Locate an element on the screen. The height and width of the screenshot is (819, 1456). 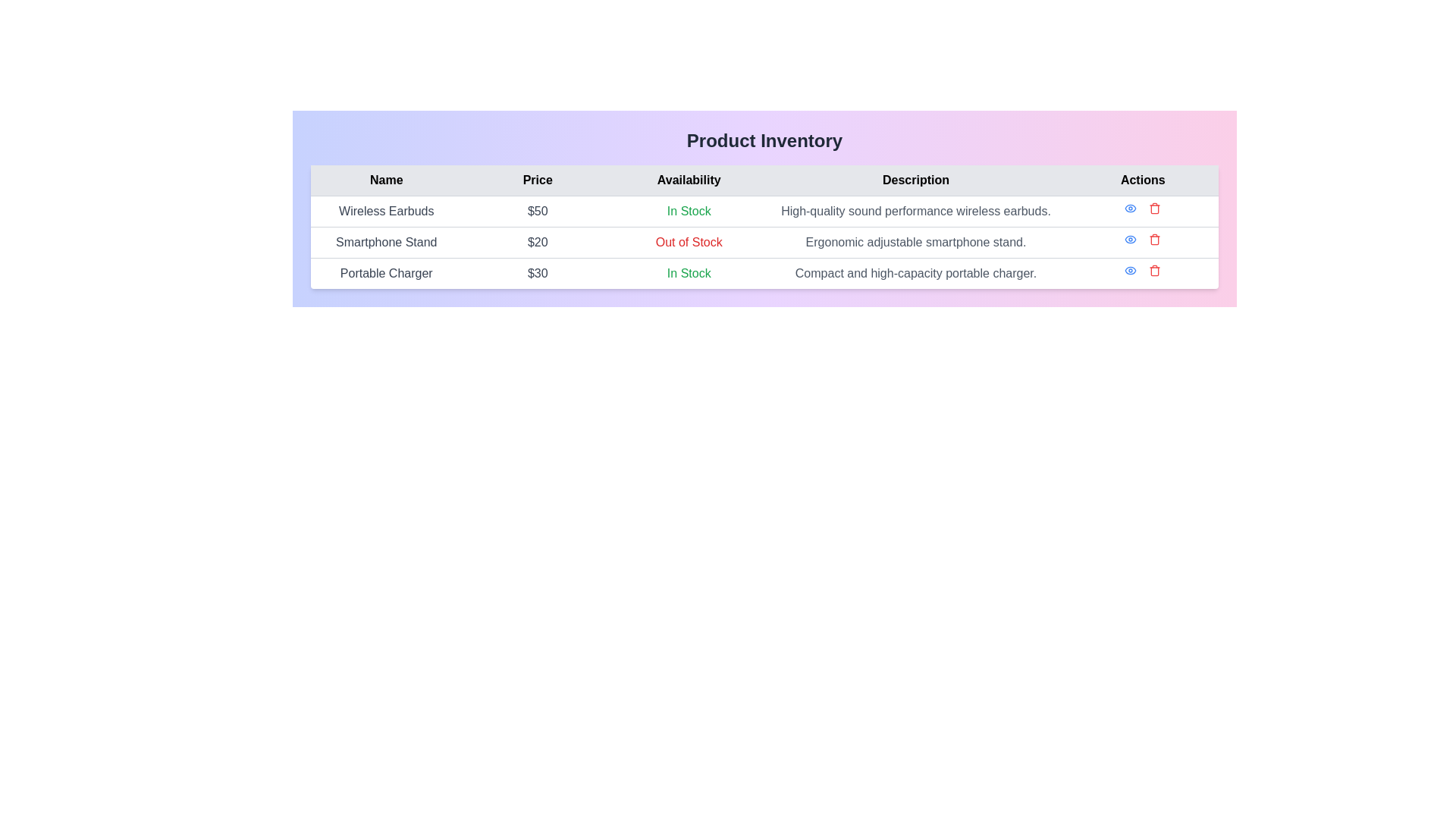
the Text Label displaying 'Ergonomic adjustable smartphone stand.' in the Description column of the product inventory table is located at coordinates (915, 242).